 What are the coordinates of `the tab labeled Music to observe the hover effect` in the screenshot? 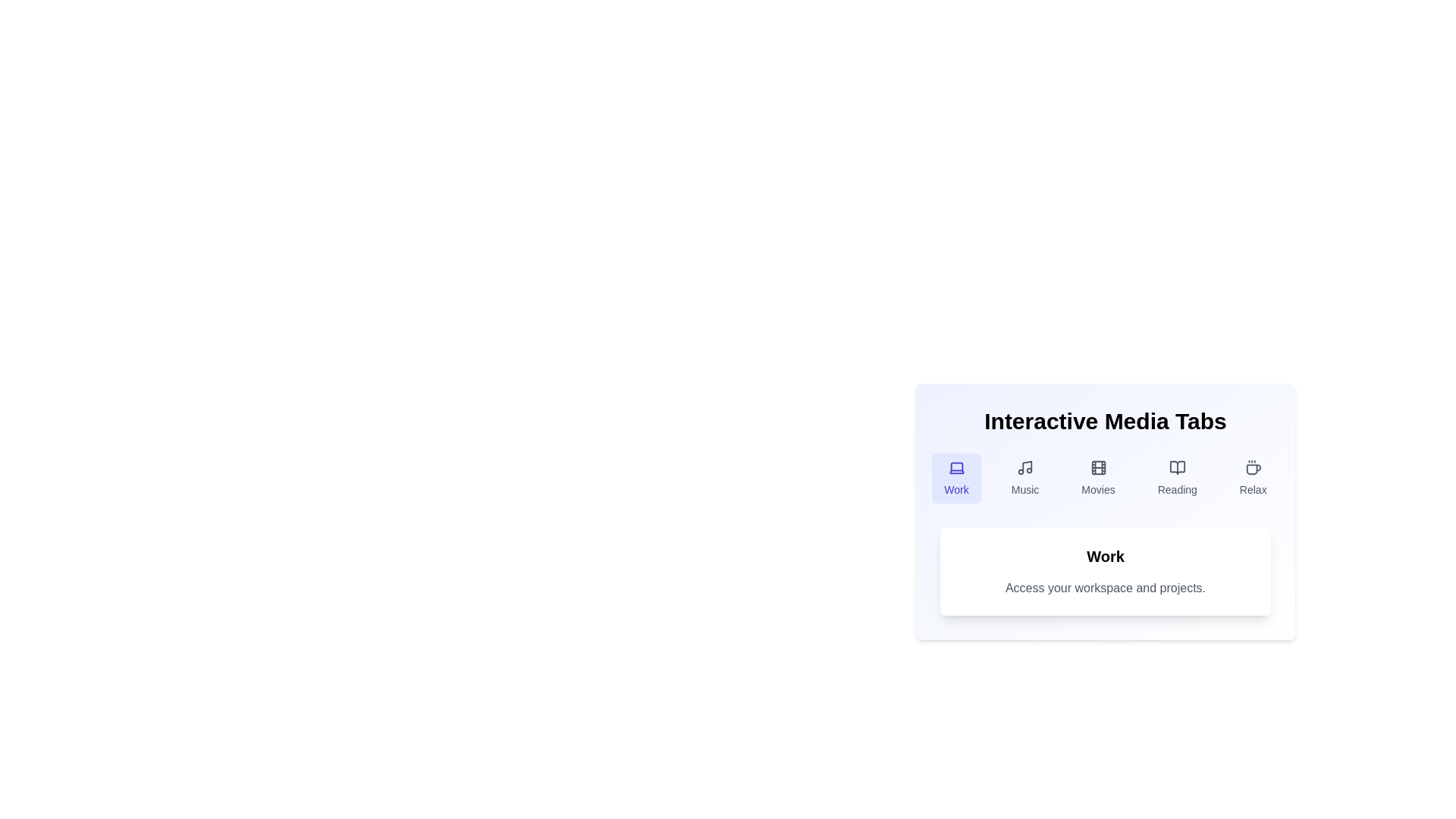 It's located at (1025, 479).